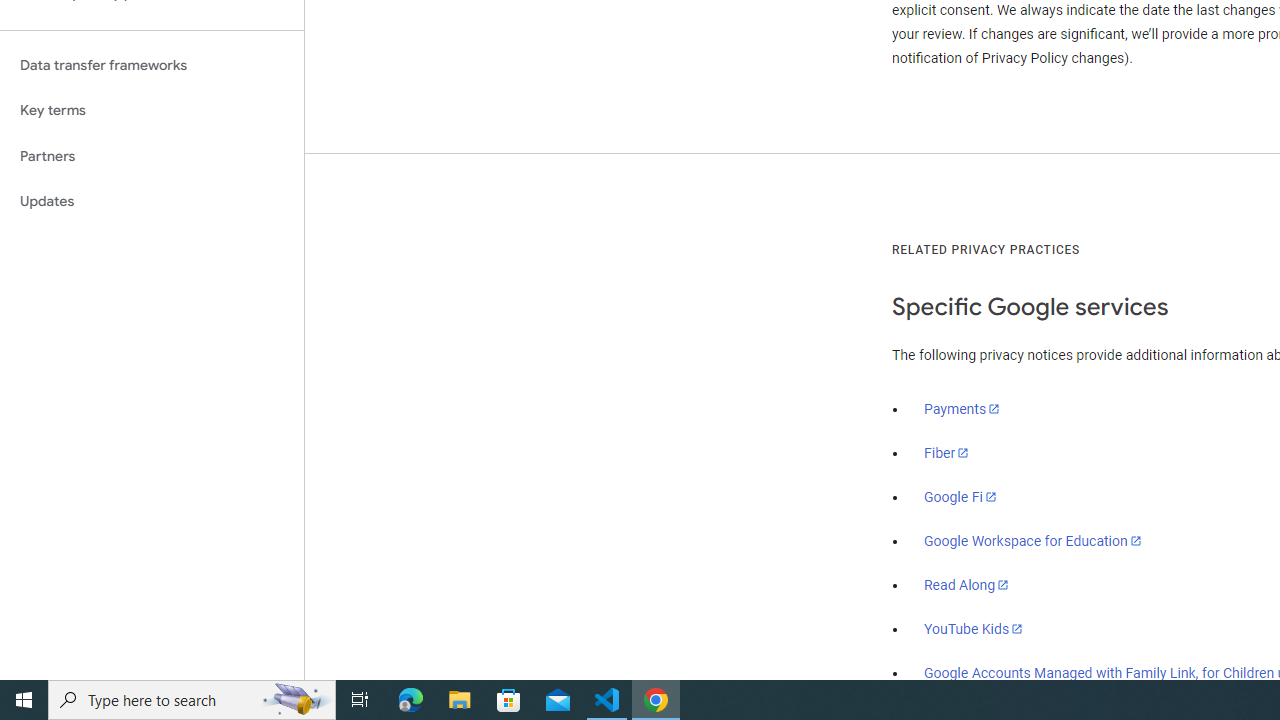  I want to click on 'Fiber', so click(946, 453).